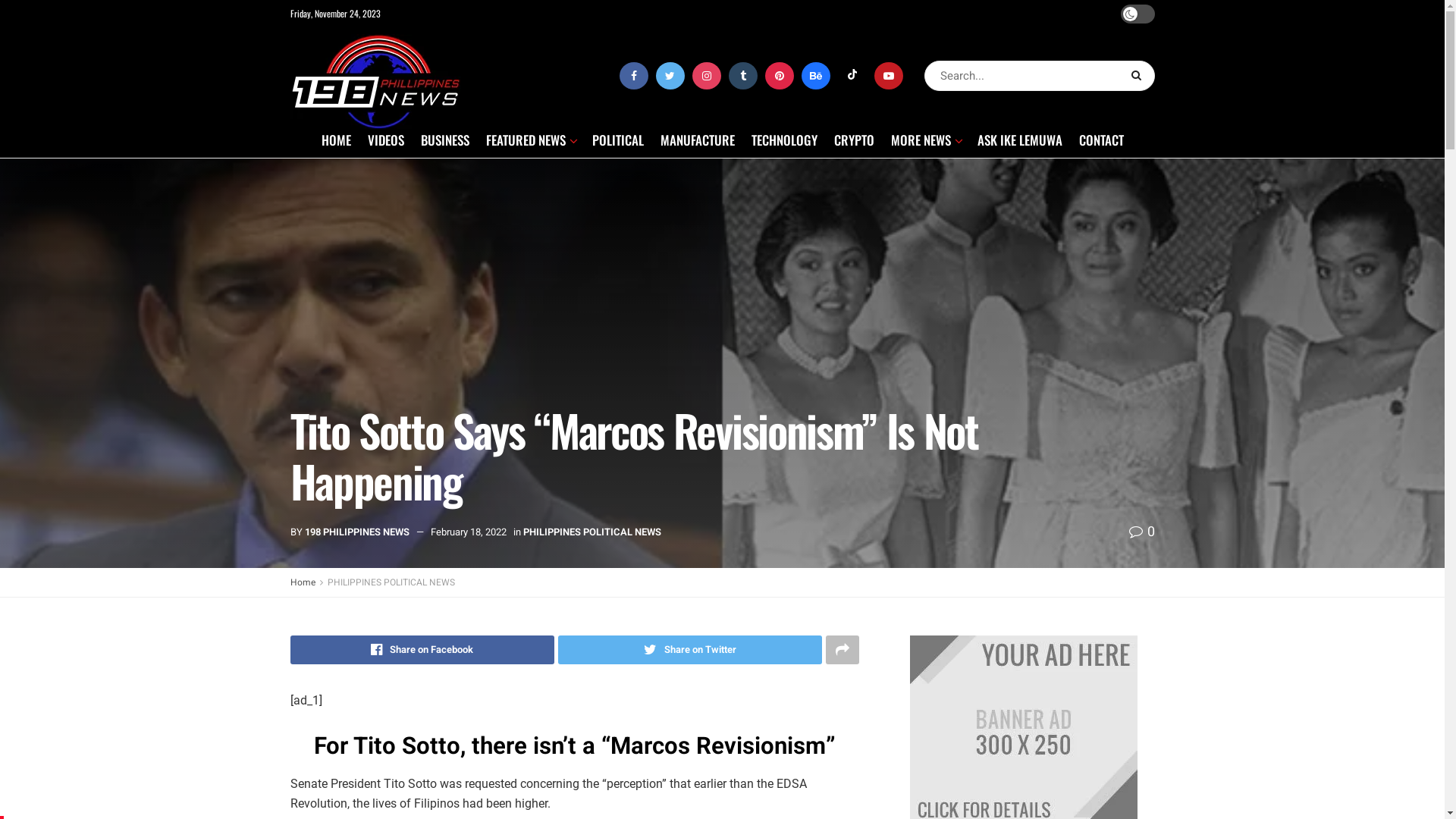 Image resolution: width=1456 pixels, height=819 pixels. I want to click on 'TECHNOLOGY', so click(750, 140).